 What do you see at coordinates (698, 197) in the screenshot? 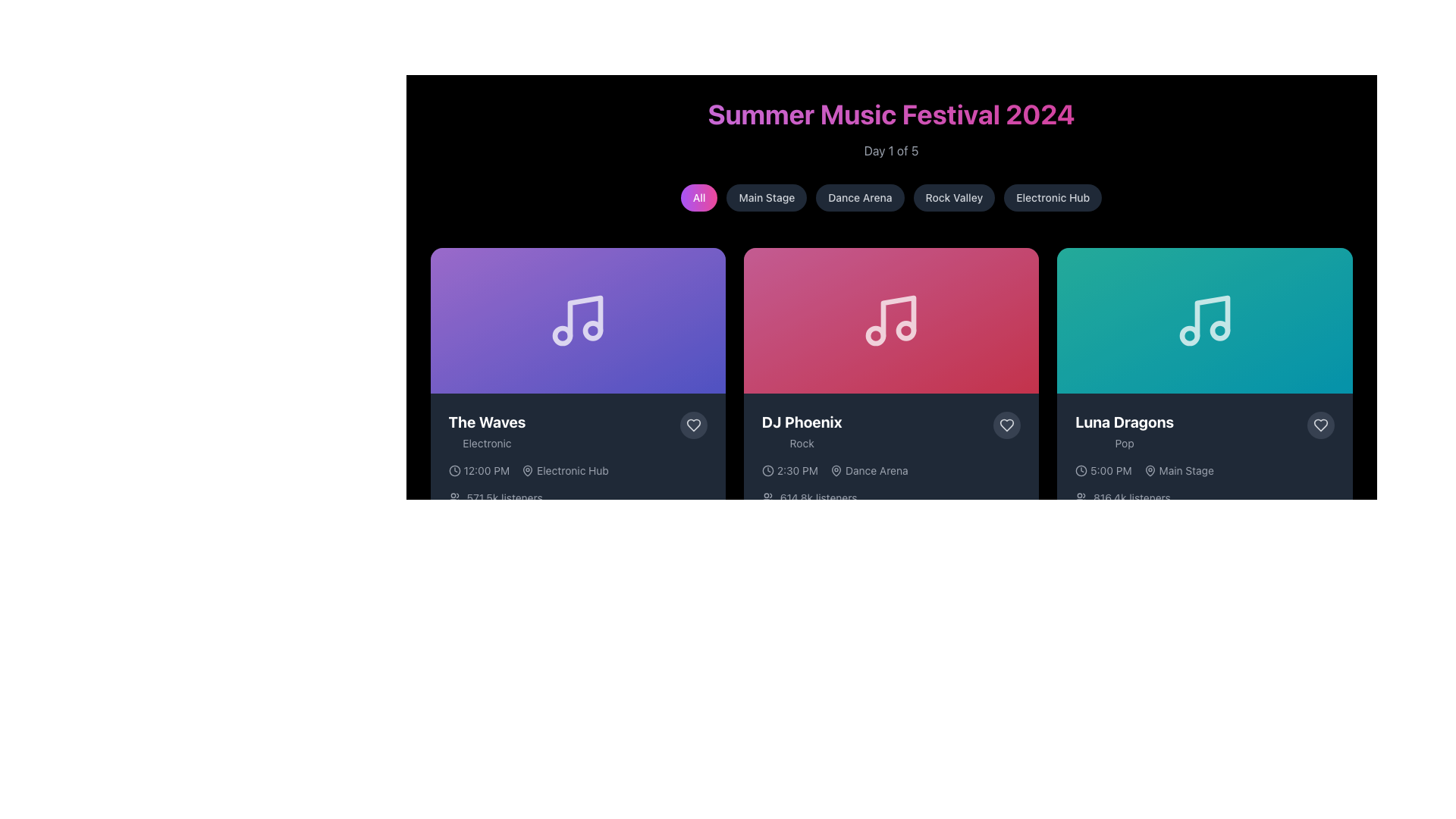
I see `the filter button labeled 'All', which is the first button in a horizontal row of buttons for viewing categories, situated below the 'Summer Music Festival 2024' heading` at bounding box center [698, 197].